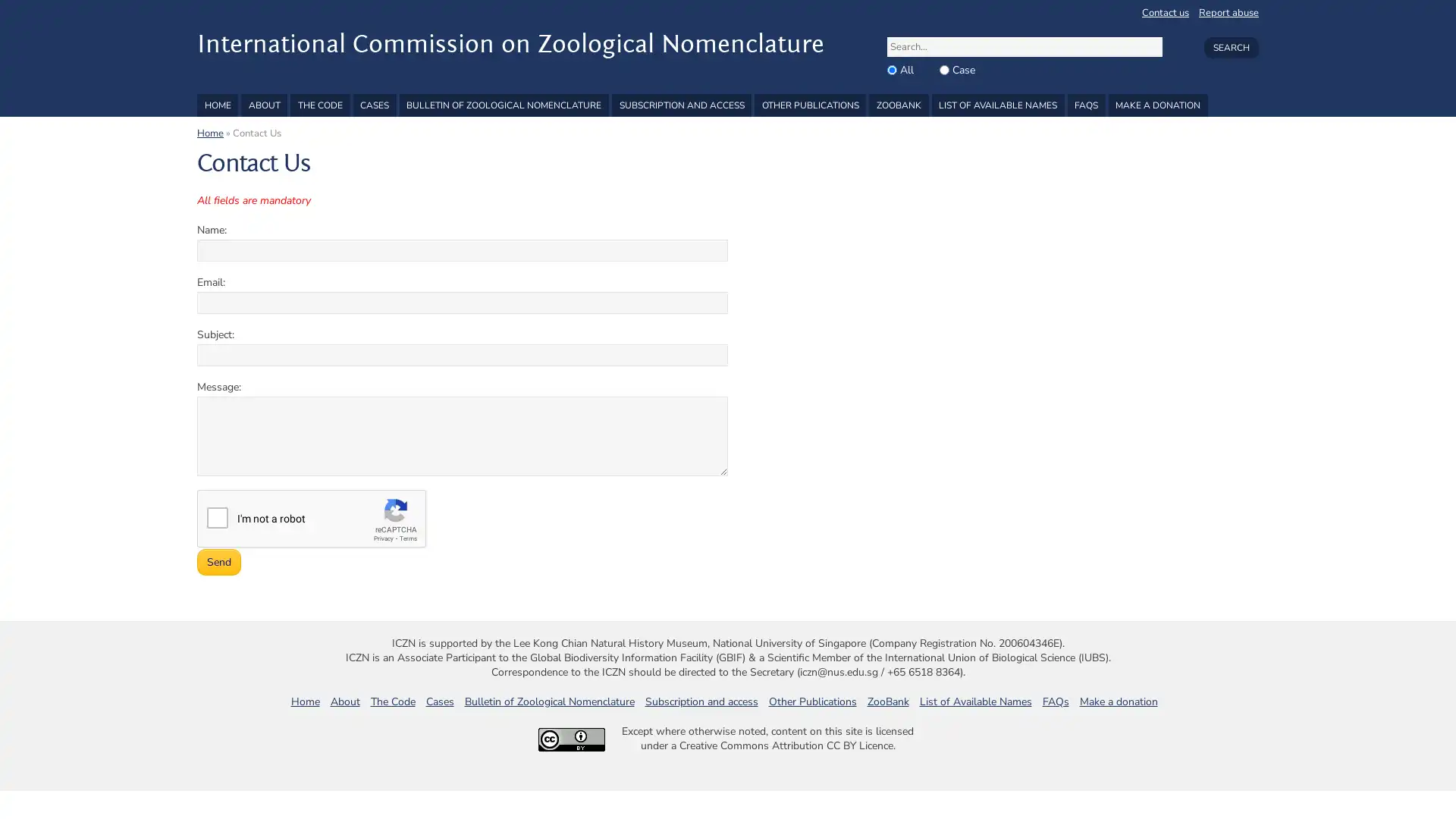  What do you see at coordinates (218, 562) in the screenshot?
I see `Send` at bounding box center [218, 562].